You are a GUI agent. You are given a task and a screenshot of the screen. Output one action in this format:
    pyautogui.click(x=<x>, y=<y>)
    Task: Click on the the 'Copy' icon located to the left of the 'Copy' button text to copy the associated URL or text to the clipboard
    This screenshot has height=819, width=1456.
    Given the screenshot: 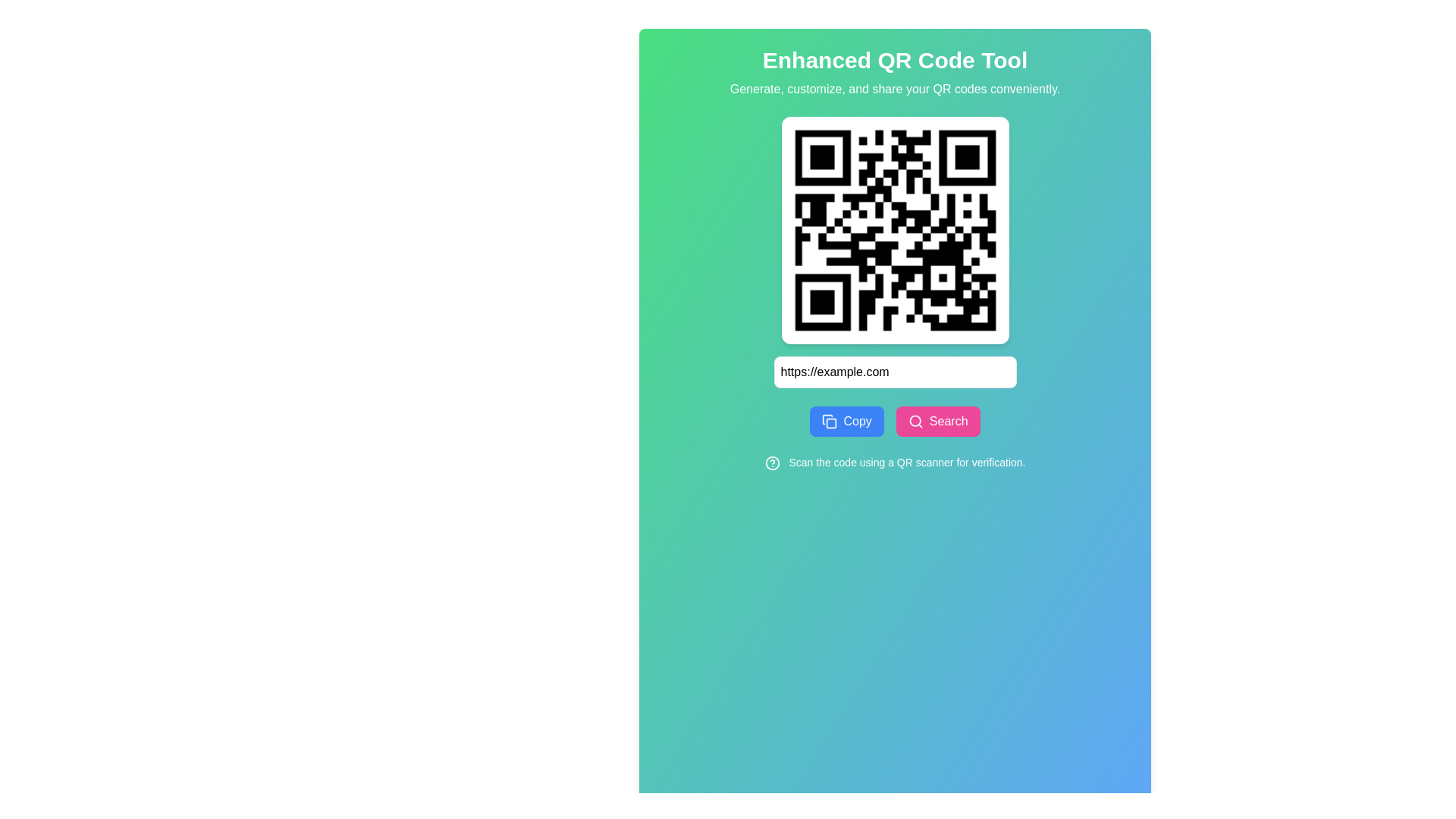 What is the action you would take?
    pyautogui.click(x=829, y=421)
    